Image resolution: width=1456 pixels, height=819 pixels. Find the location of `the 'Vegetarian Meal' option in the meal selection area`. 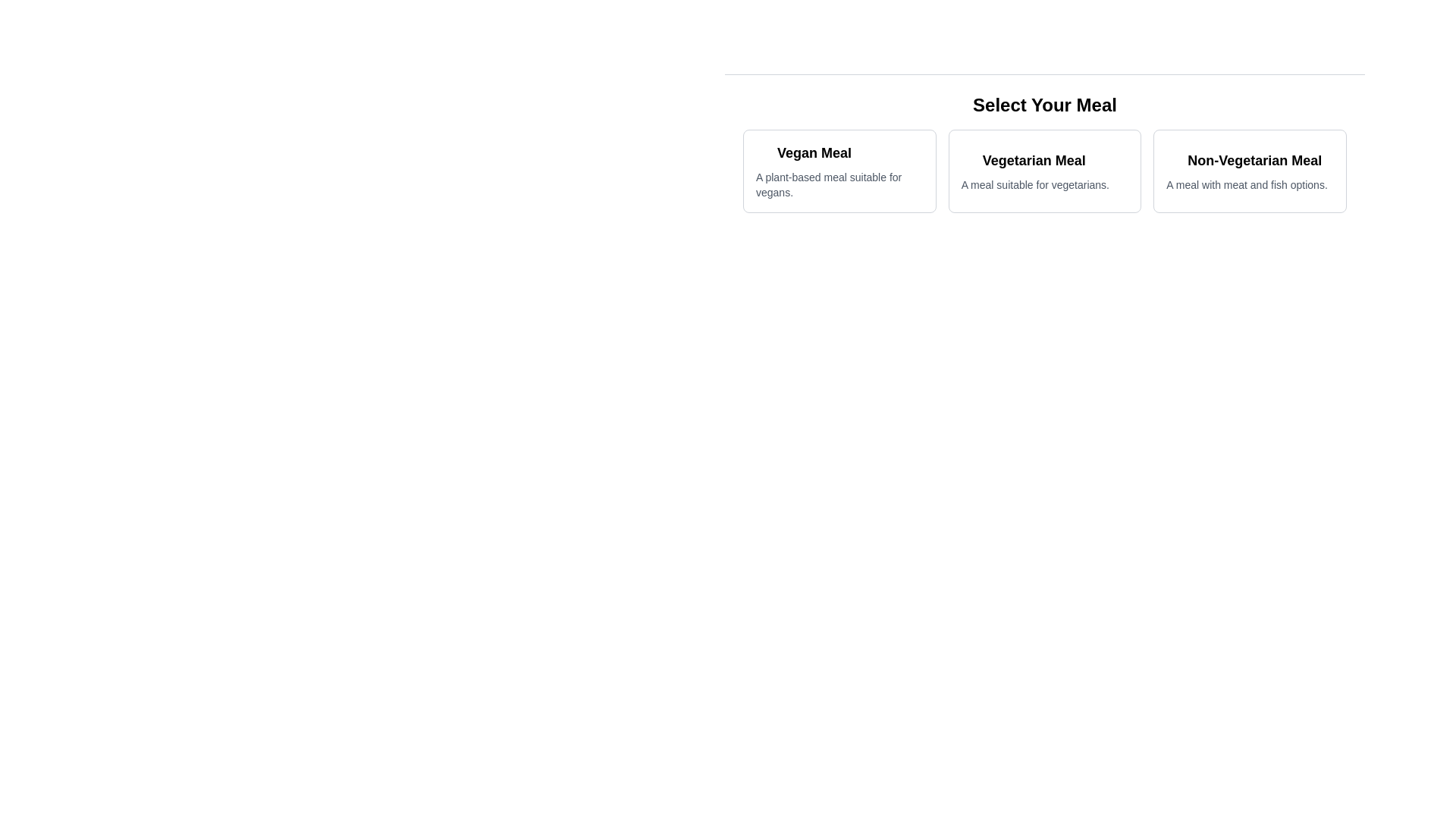

the 'Vegetarian Meal' option in the meal selection area is located at coordinates (1043, 152).